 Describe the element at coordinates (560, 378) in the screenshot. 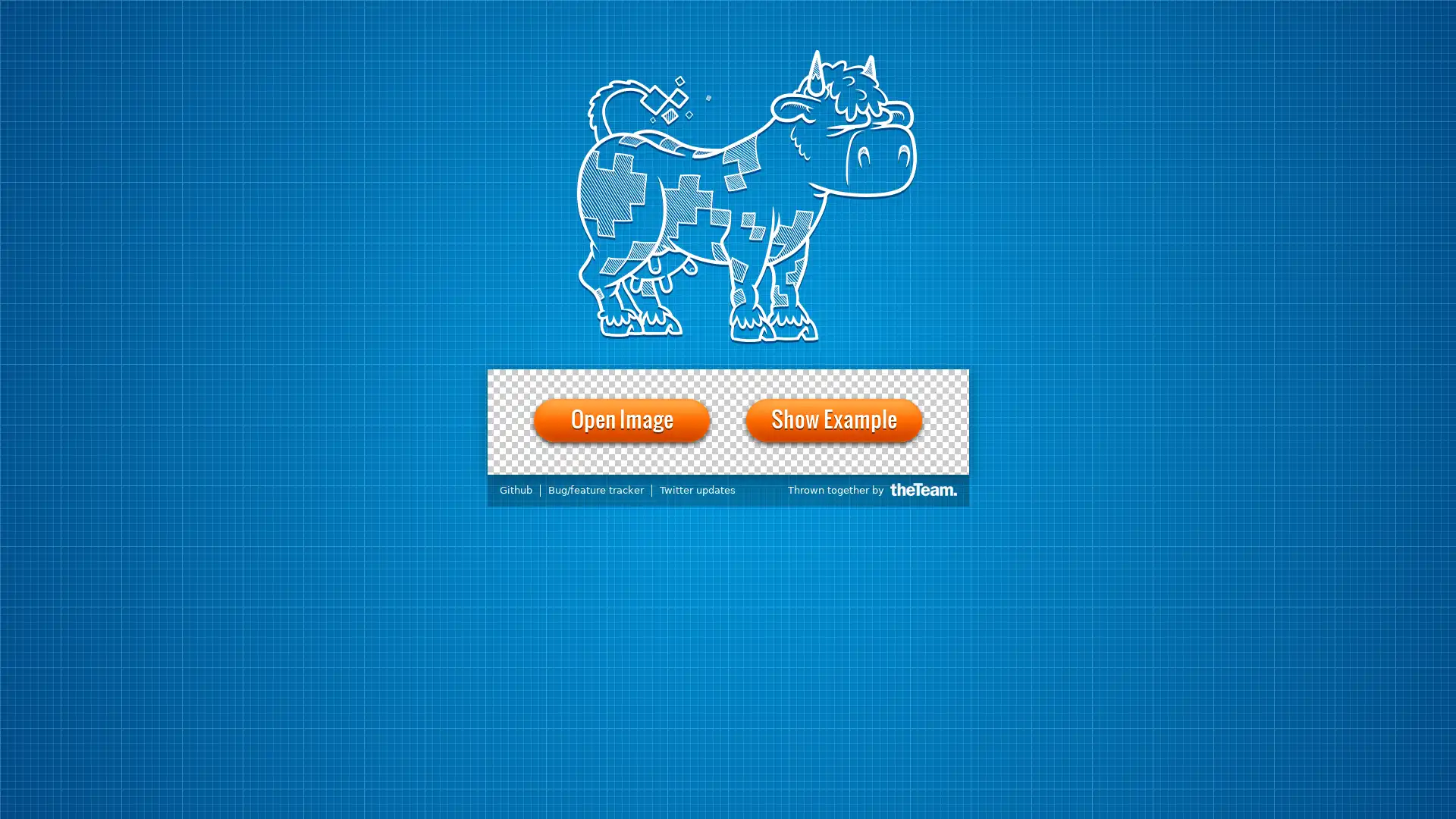

I see `Reload Current Image` at that location.